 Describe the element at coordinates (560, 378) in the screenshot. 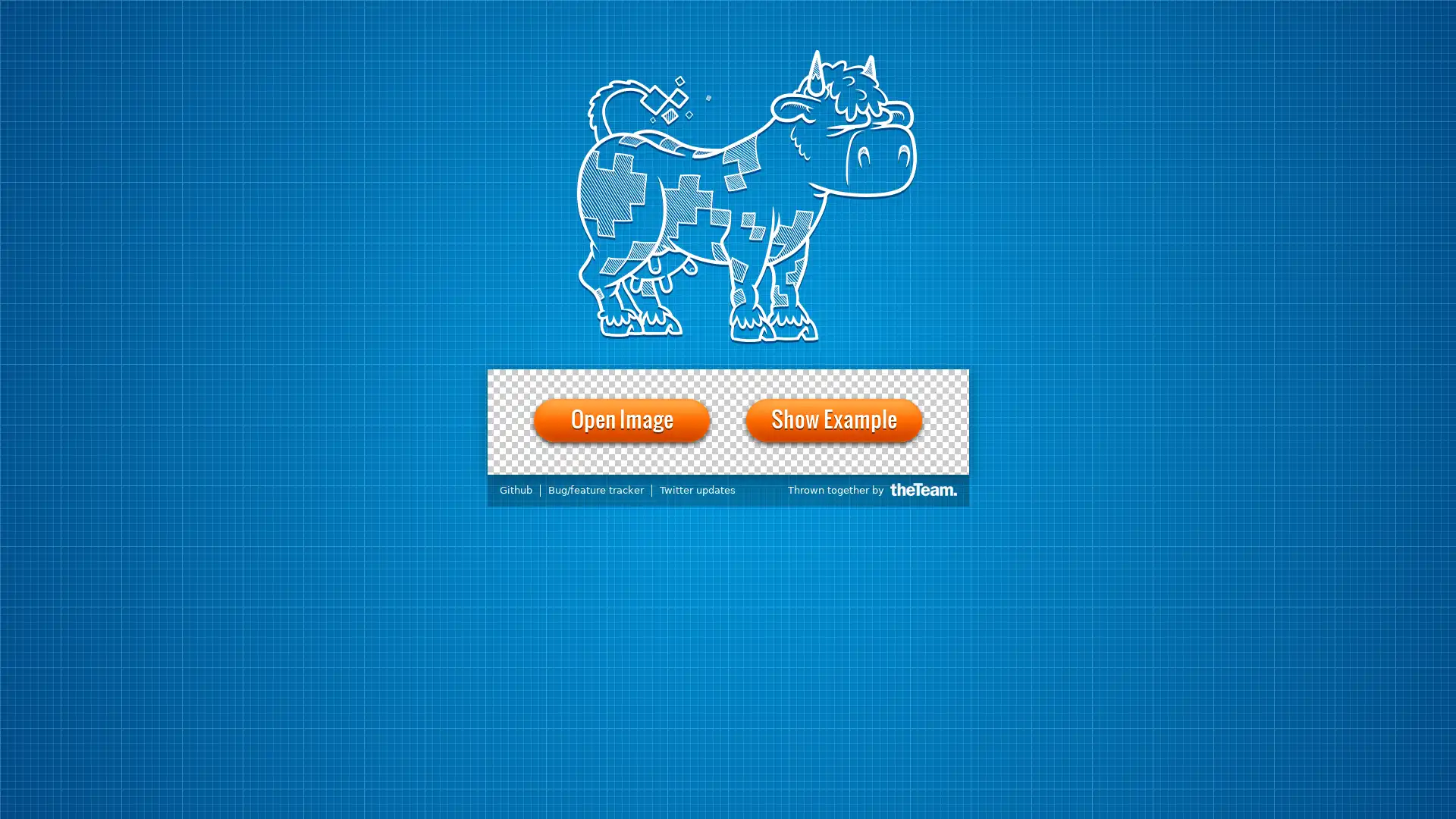

I see `Reload Current Image` at that location.